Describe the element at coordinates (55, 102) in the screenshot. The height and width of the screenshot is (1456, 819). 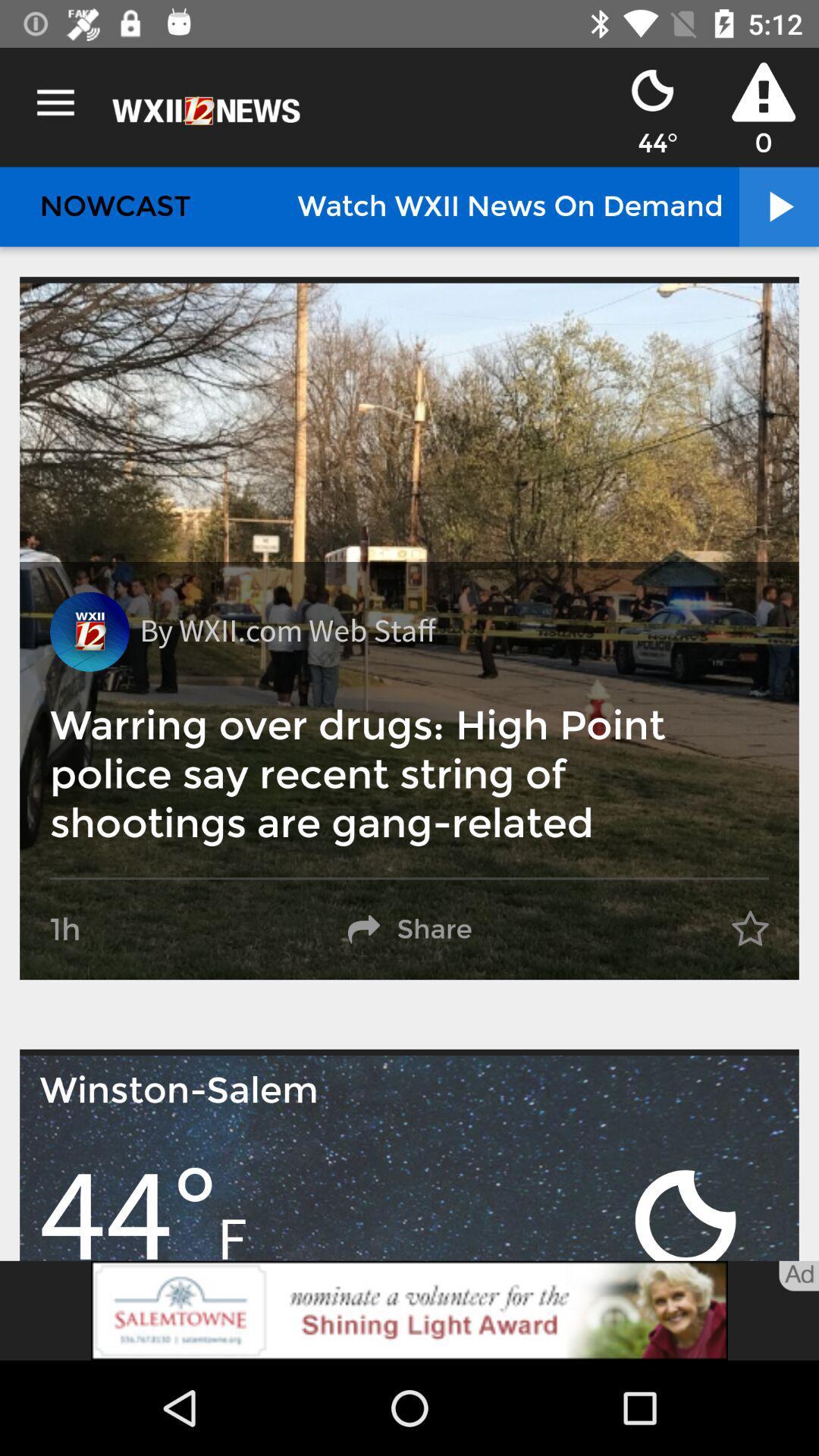
I see `the menu icon` at that location.